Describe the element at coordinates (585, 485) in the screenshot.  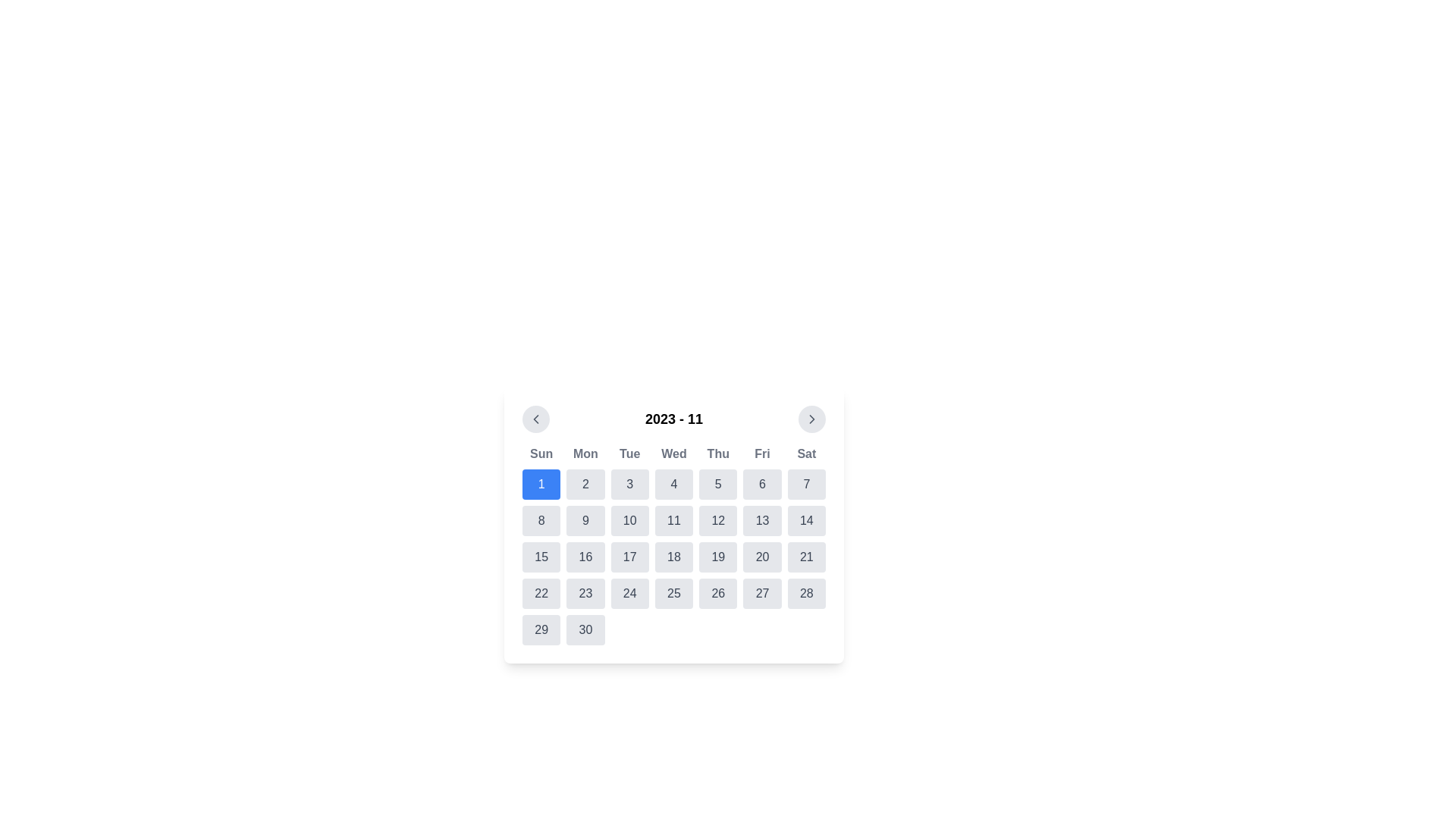
I see `the second button in the first row of a 7-column grid layout, which displays the number '2' centered in dark gray text` at that location.